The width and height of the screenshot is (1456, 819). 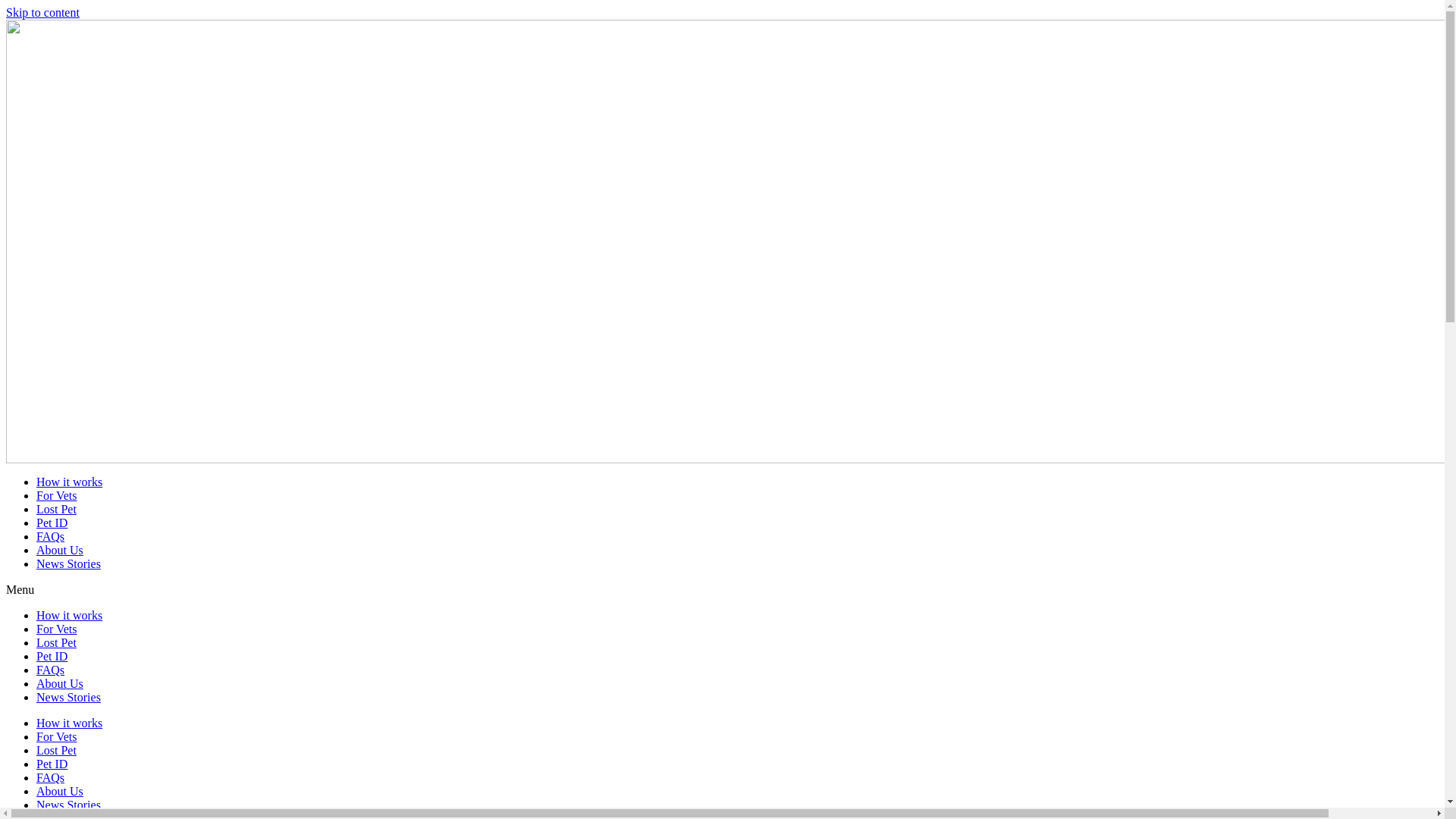 What do you see at coordinates (52, 522) in the screenshot?
I see `'Pet ID'` at bounding box center [52, 522].